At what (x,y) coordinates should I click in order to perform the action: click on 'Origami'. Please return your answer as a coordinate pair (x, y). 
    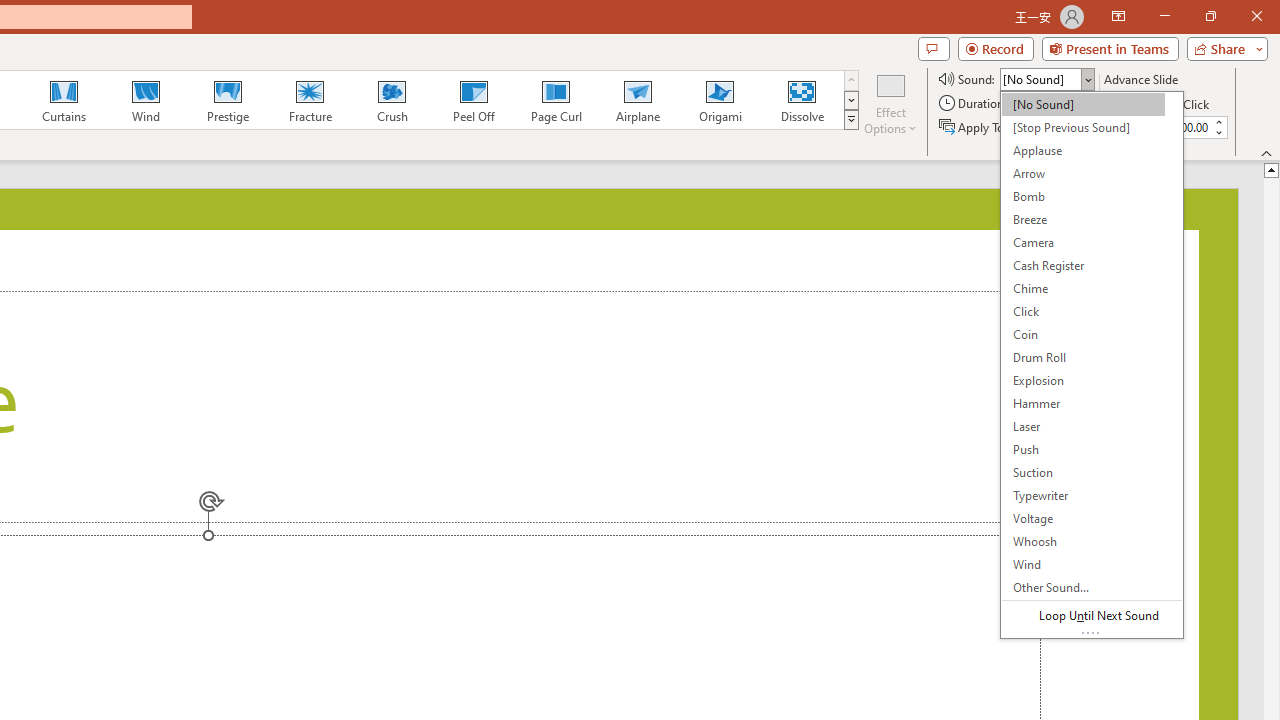
    Looking at the image, I should click on (720, 100).